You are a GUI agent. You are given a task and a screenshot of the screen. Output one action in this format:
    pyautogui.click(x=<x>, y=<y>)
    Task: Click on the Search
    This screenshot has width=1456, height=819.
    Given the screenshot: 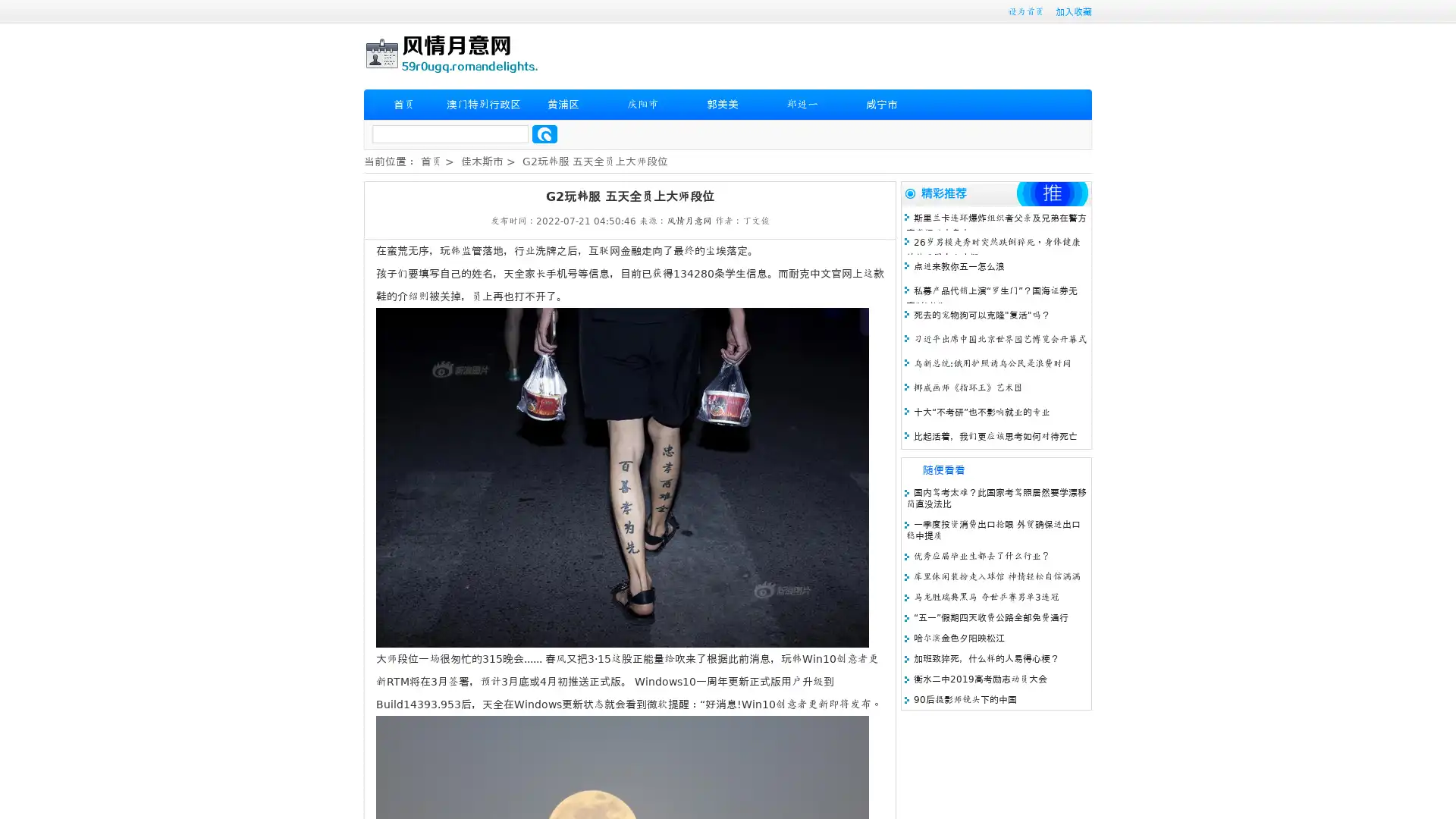 What is the action you would take?
    pyautogui.click(x=544, y=133)
    